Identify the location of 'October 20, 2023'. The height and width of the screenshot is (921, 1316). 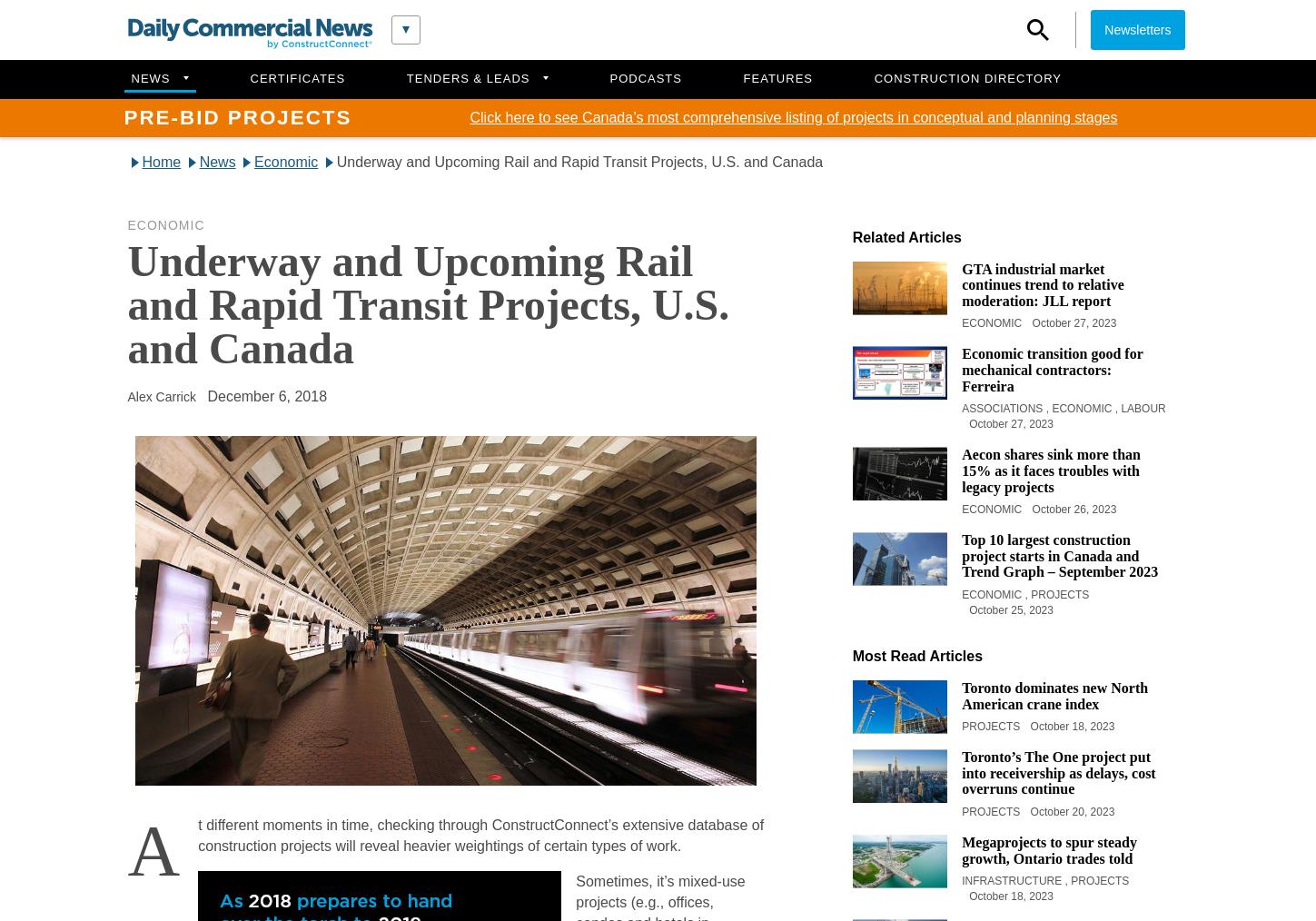
(1071, 810).